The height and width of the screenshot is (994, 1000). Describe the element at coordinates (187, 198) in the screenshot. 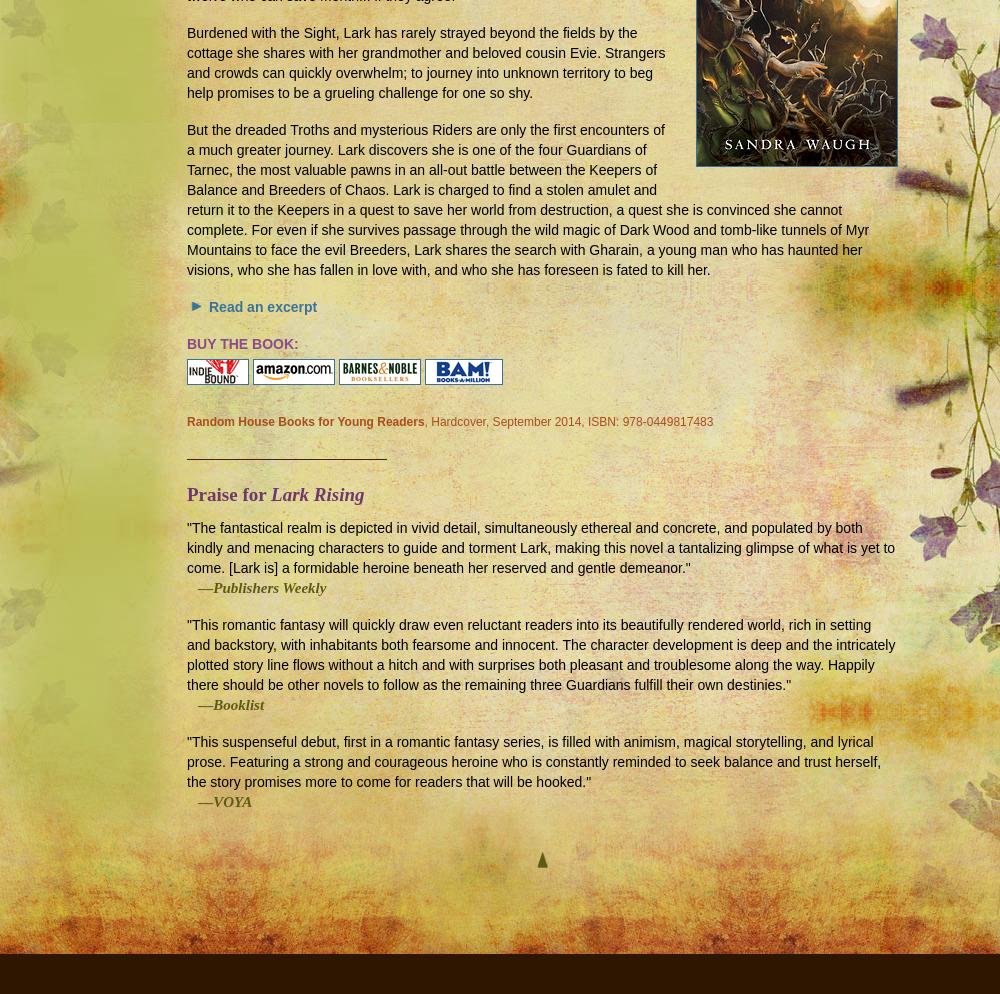

I see `'But the dreaded Troths and mysterious Riders are only the first encounters of a much greater journey. Lark discovers she is one of the four Guardians of Tarnec, the most valuable pawns in an all-out battle between the Keepers of Balance and Breeders of Chaos. Lark is charged to find a stolen amulet and return it to the Keepers in a quest to save her world from destruction, a quest she is convinced she cannot complete. For even if she survives passage through the wild magic of Dark Wood and tomb-like tunnels of Myr Mountains to face the evil Breeders, Lark shares the search with Gharain, a young man who has haunted her visions, who she has fallen in love with, and who she has foreseen is fated to kill her.'` at that location.